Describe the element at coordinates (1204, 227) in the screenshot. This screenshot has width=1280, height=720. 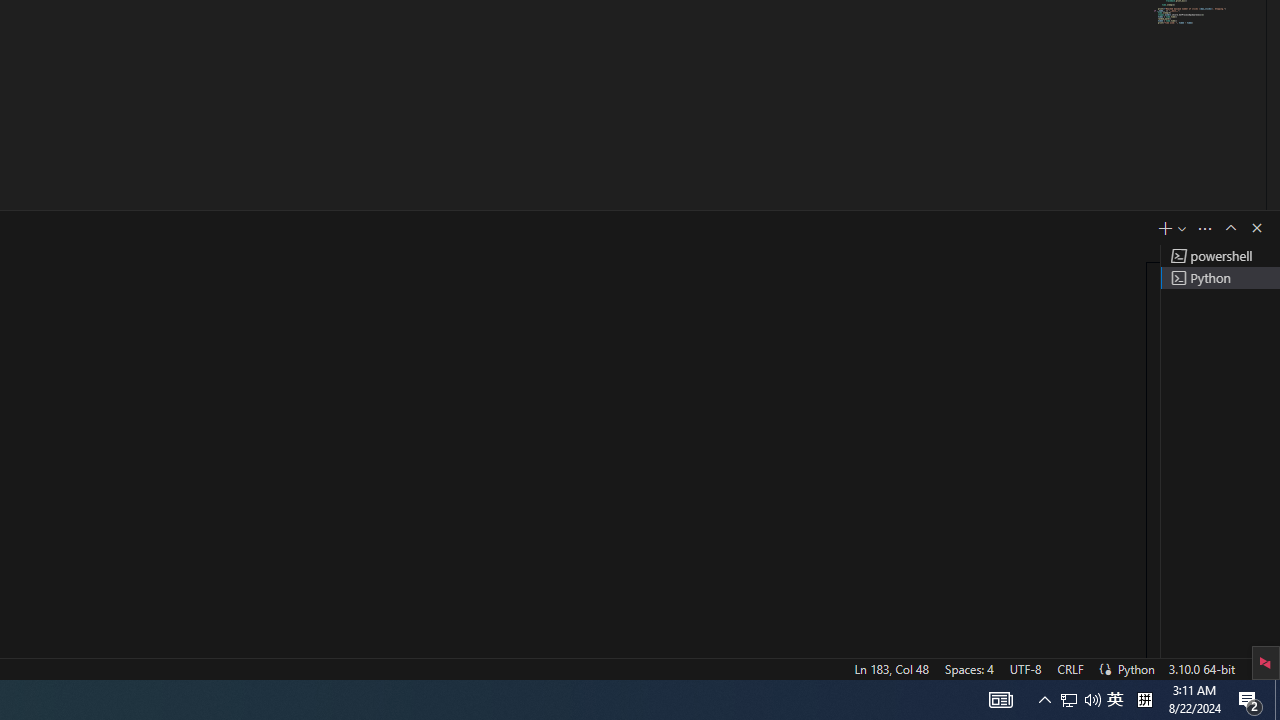
I see `'Views and More Actions...'` at that location.